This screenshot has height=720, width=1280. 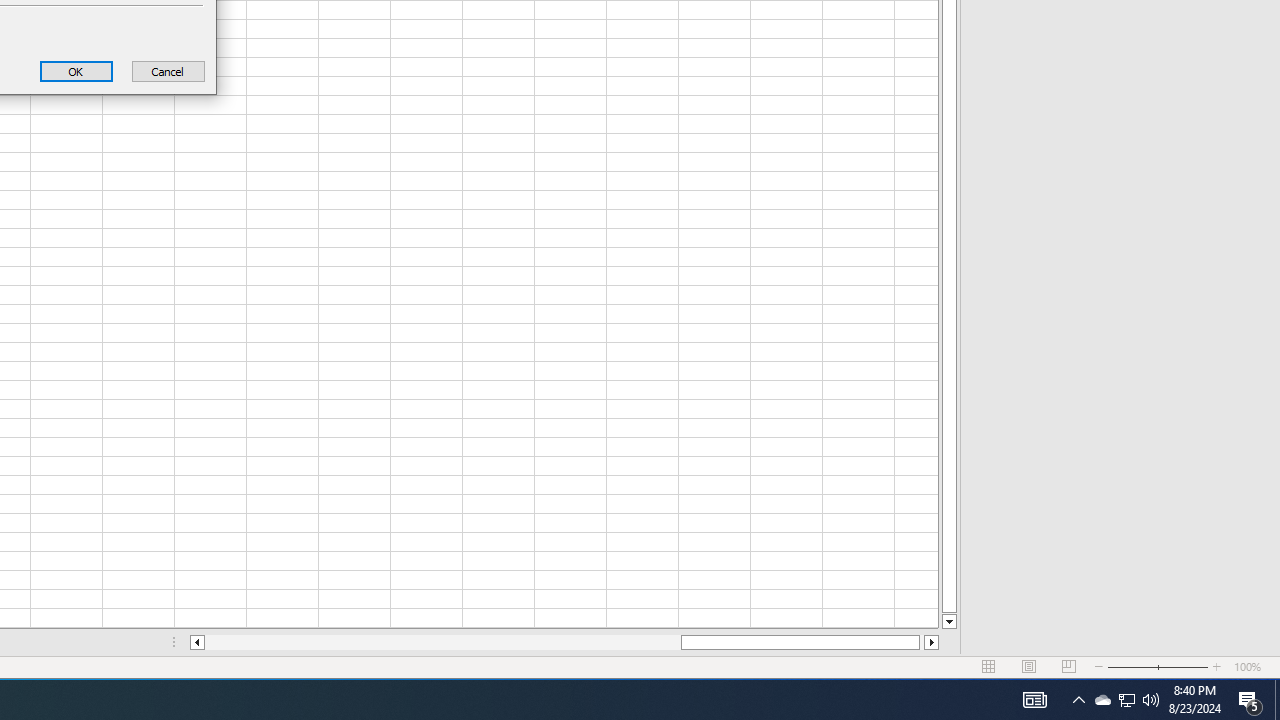 I want to click on 'Action Center, 5 new notifications', so click(x=1276, y=698).